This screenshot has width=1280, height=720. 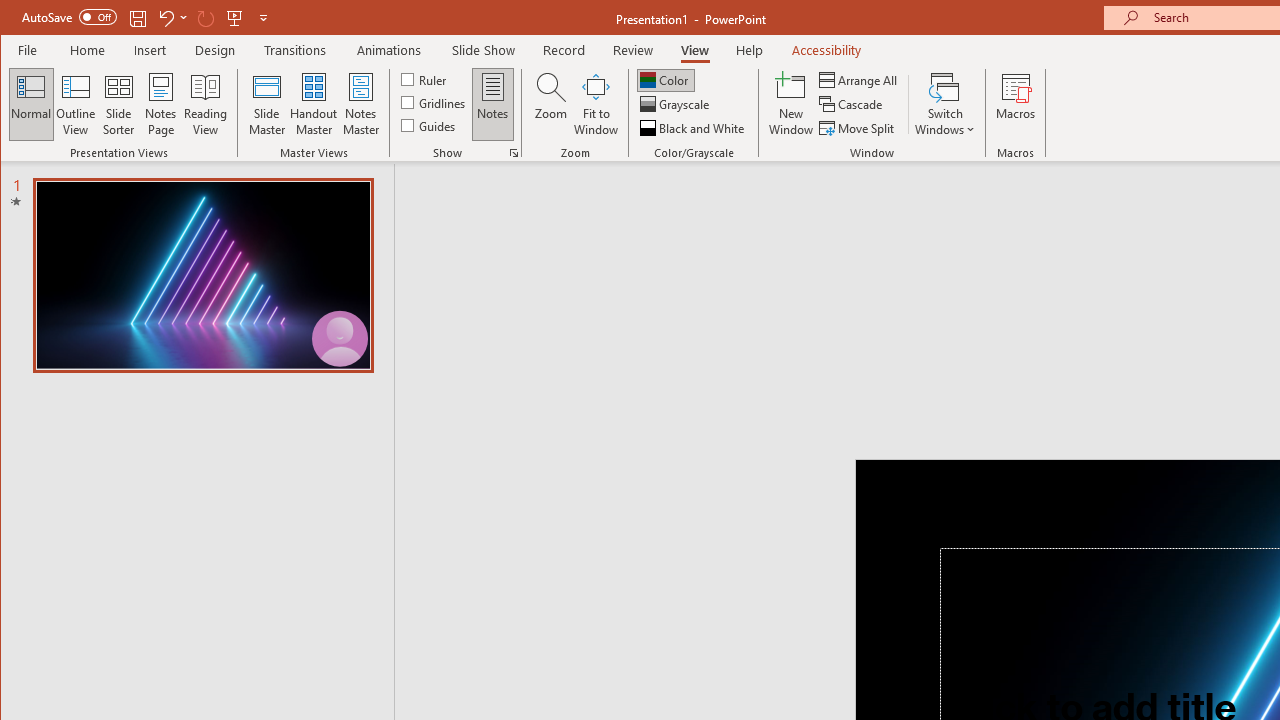 I want to click on 'Macros', so click(x=1016, y=104).